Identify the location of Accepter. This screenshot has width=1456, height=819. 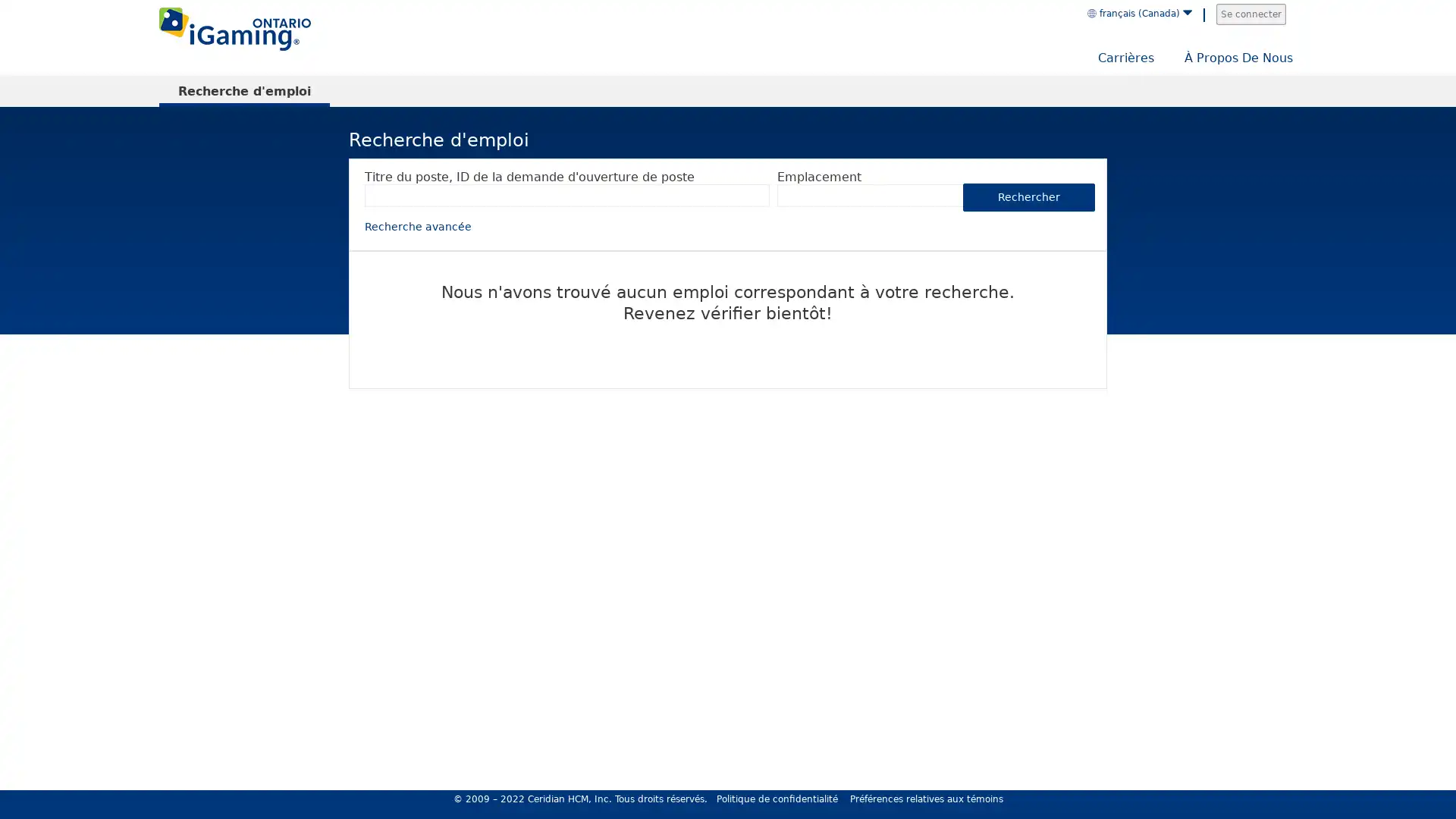
(1387, 771).